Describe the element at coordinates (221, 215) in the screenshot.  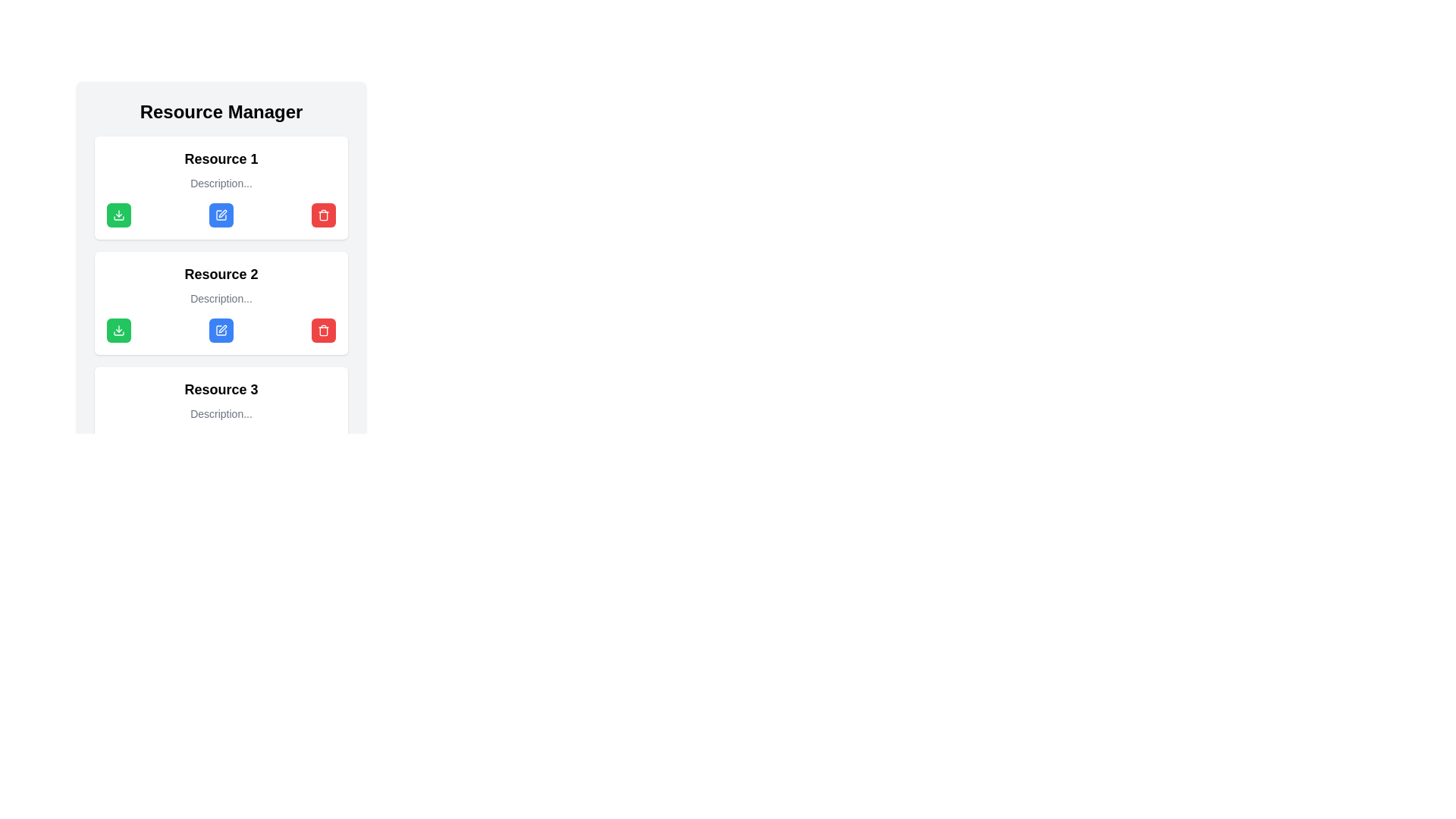
I see `the edit button, which is the second button in a row of three buttons, located in the middle of its row` at that location.